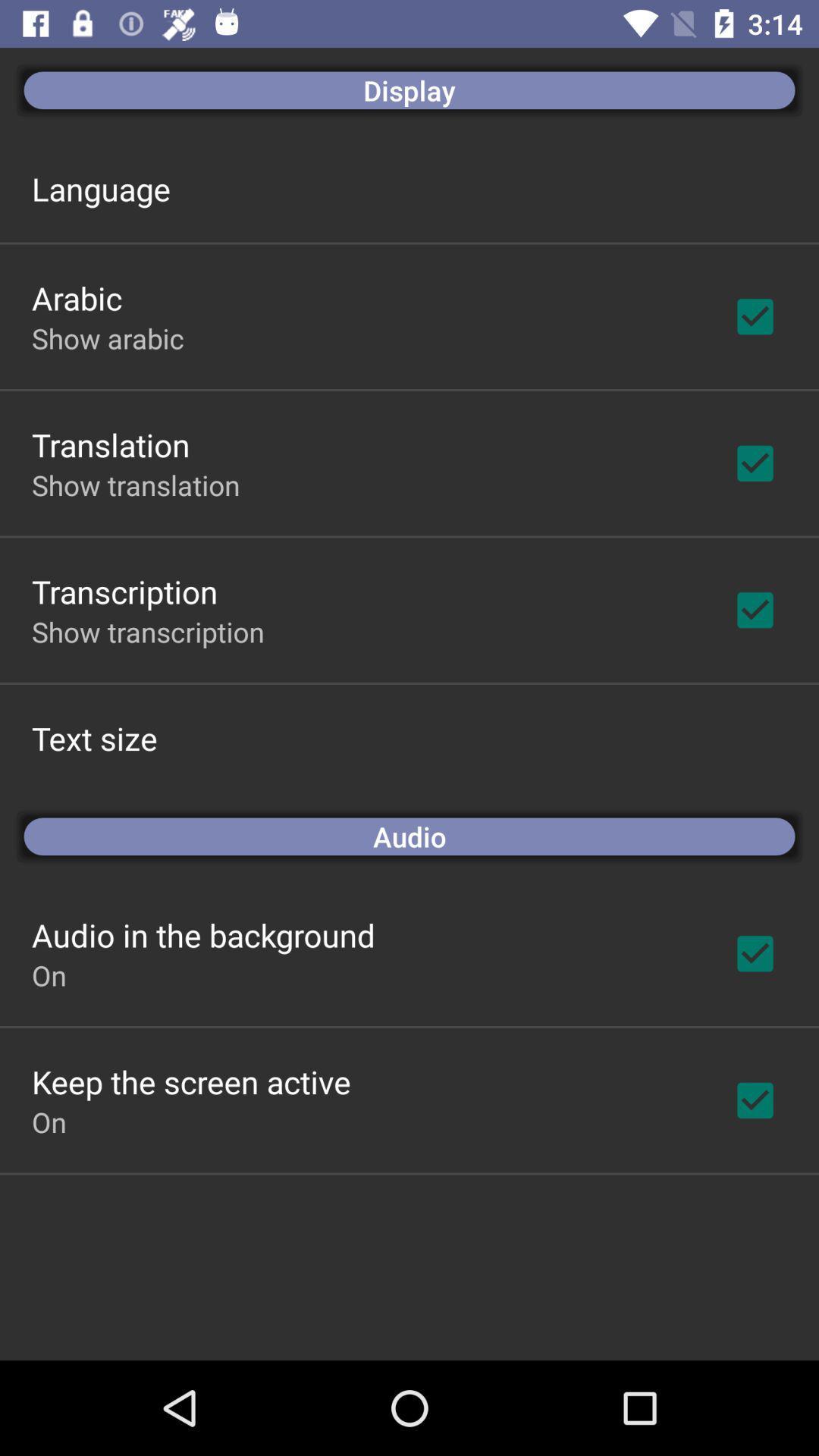 The width and height of the screenshot is (819, 1456). What do you see at coordinates (135, 484) in the screenshot?
I see `the show translation` at bounding box center [135, 484].